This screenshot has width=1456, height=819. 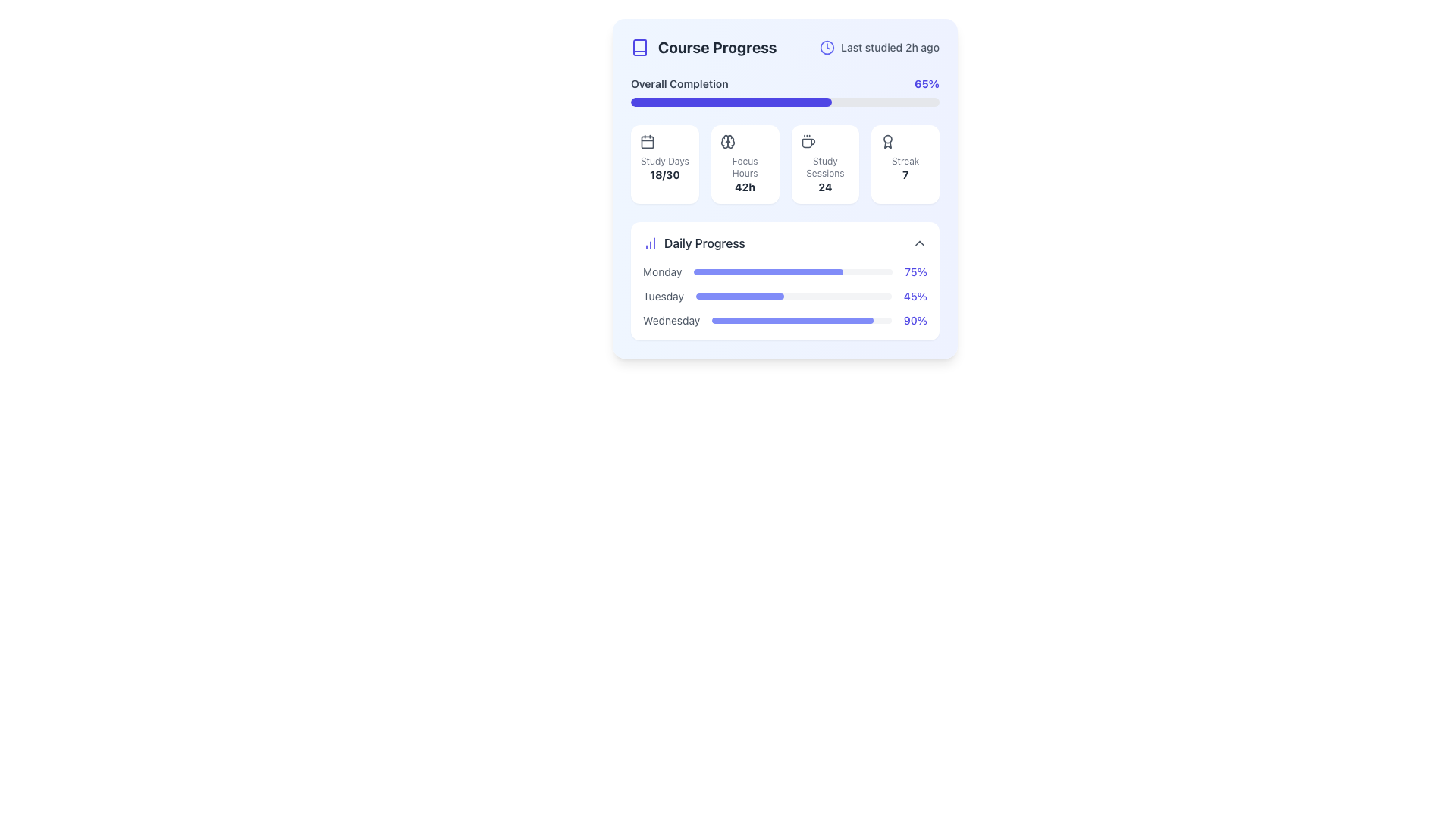 I want to click on the progress bar indicating the course completion, located below the 'Overall Completion' title and '65%' text within the 'Course Progress' box, so click(x=785, y=102).